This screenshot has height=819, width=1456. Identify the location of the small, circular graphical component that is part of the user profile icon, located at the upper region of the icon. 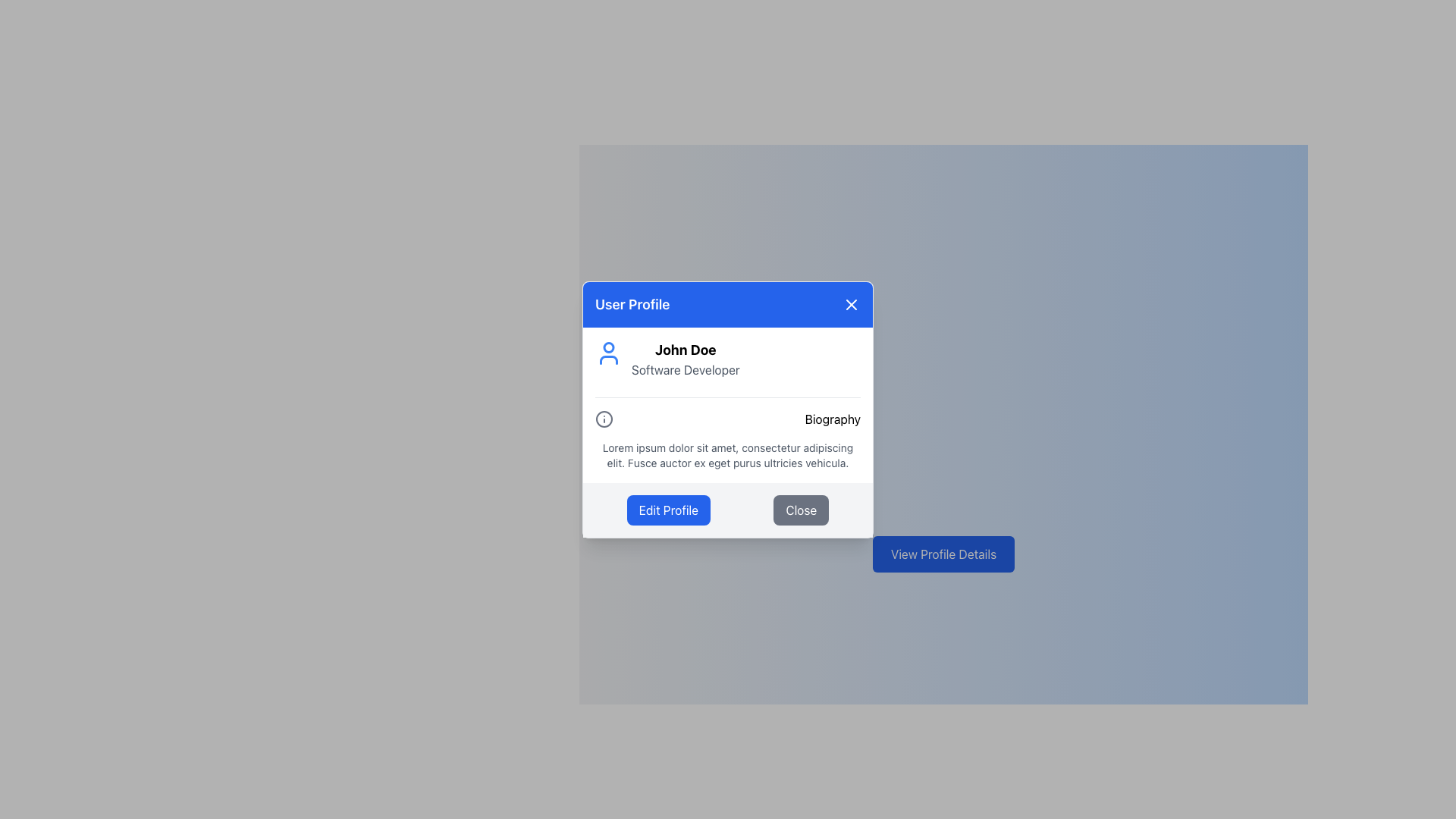
(608, 347).